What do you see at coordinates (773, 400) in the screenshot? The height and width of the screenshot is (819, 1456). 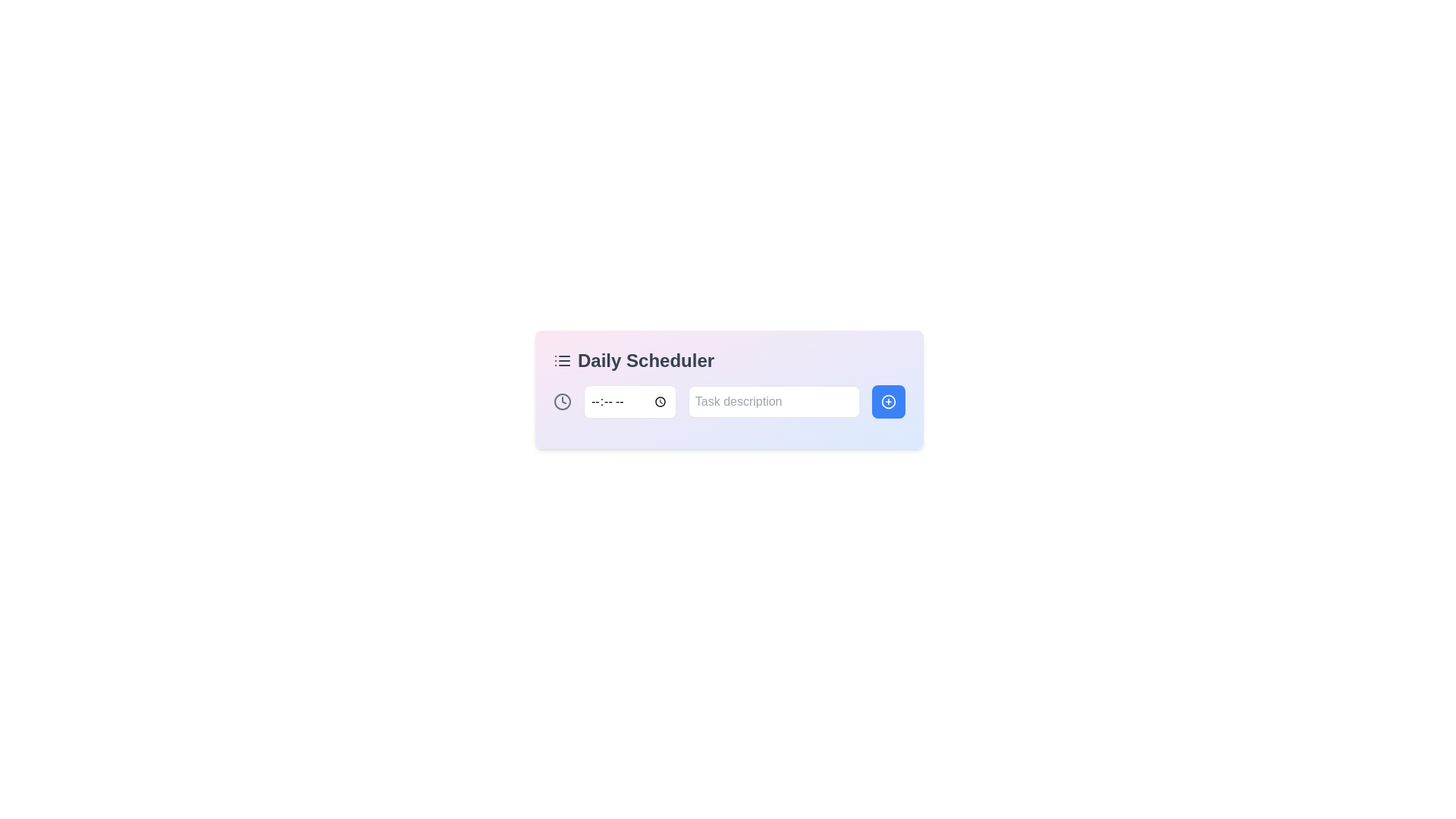 I see `the rectangular text input field with a placeholder 'Task description' to focus on it` at bounding box center [773, 400].